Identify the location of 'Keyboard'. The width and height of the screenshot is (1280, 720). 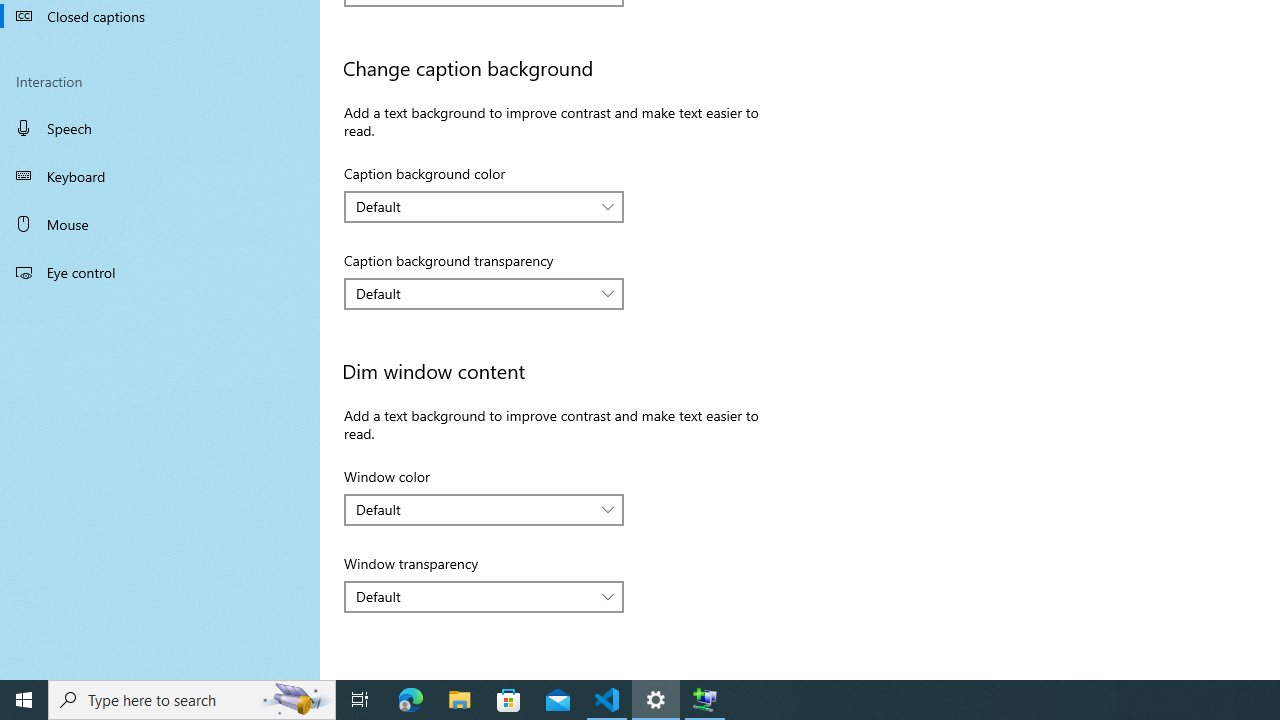
(160, 175).